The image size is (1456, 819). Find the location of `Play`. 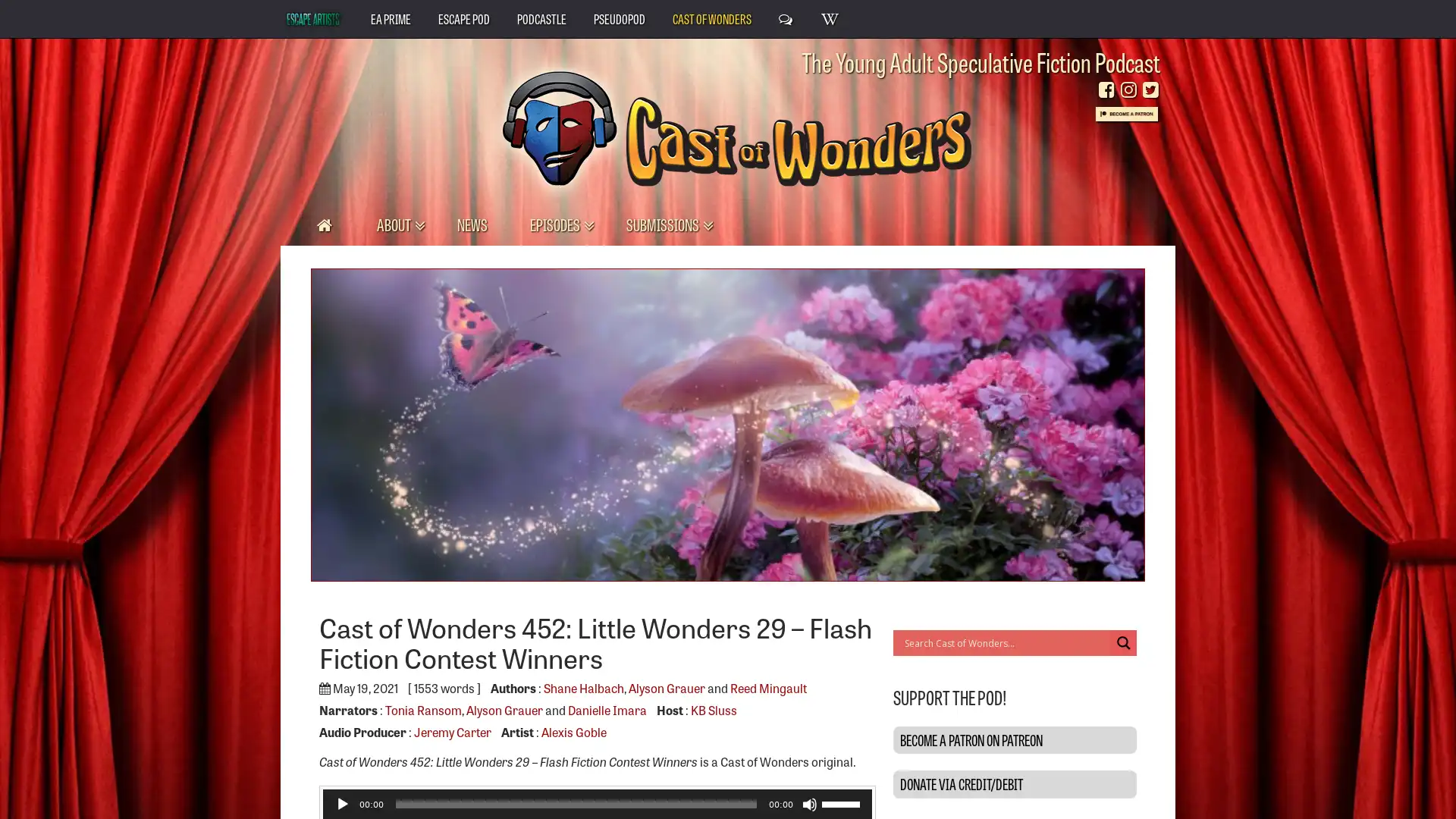

Play is located at coordinates (341, 803).